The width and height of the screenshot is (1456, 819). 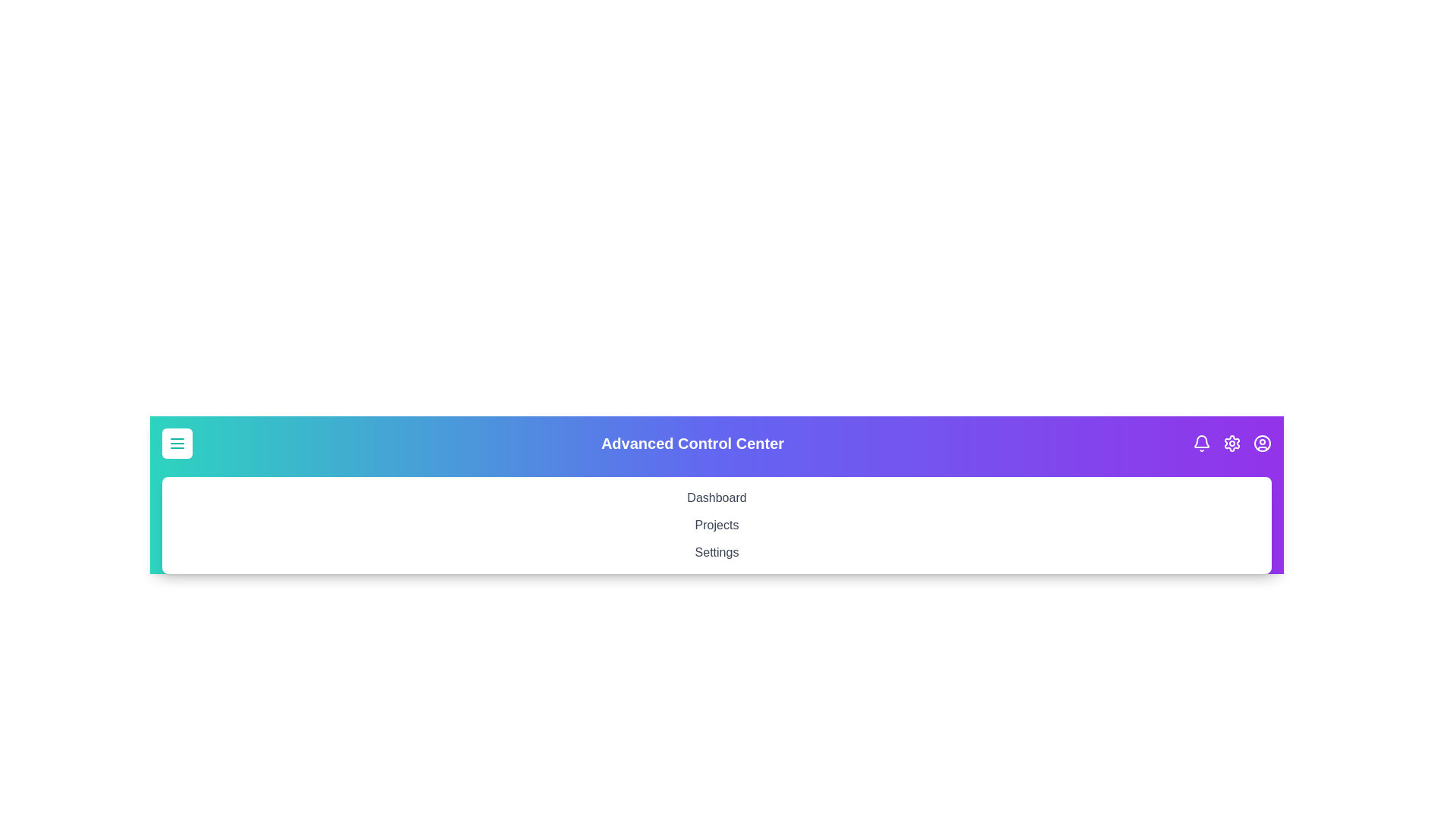 What do you see at coordinates (1200, 444) in the screenshot?
I see `bell icon to access notifications` at bounding box center [1200, 444].